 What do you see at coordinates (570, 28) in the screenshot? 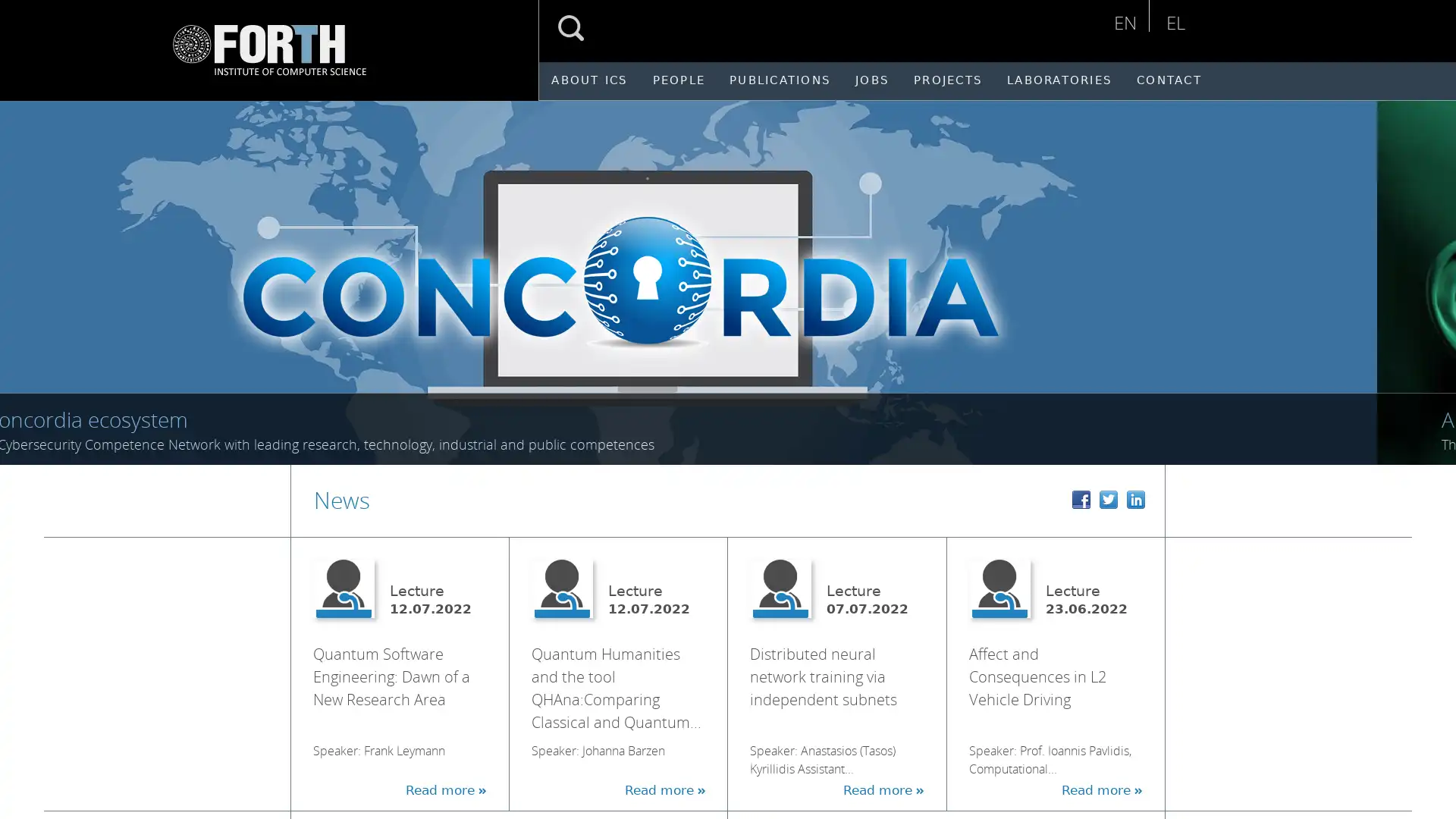
I see `Submit Search Button` at bounding box center [570, 28].